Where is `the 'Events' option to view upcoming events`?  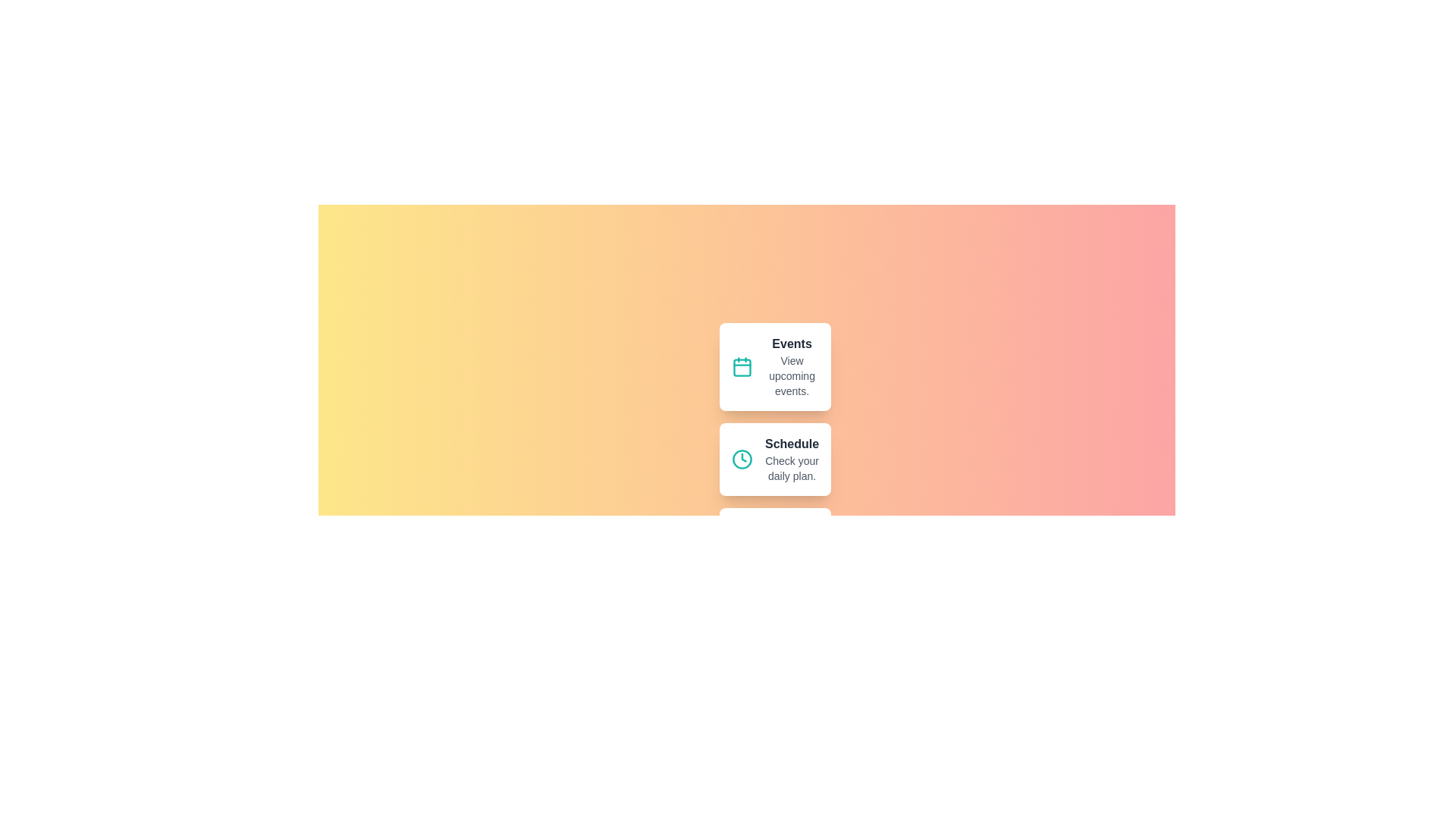
the 'Events' option to view upcoming events is located at coordinates (775, 366).